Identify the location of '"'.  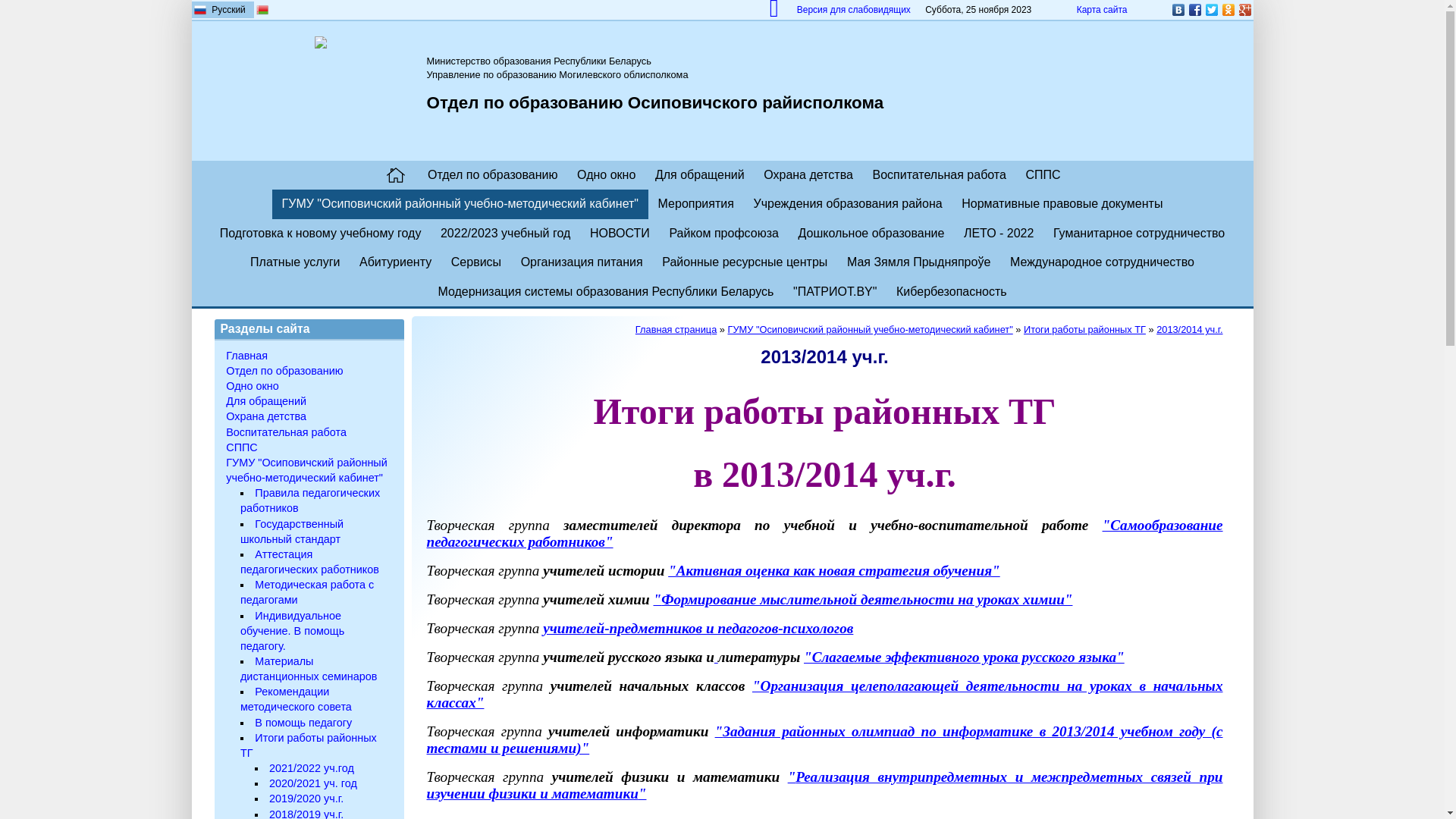
(657, 598).